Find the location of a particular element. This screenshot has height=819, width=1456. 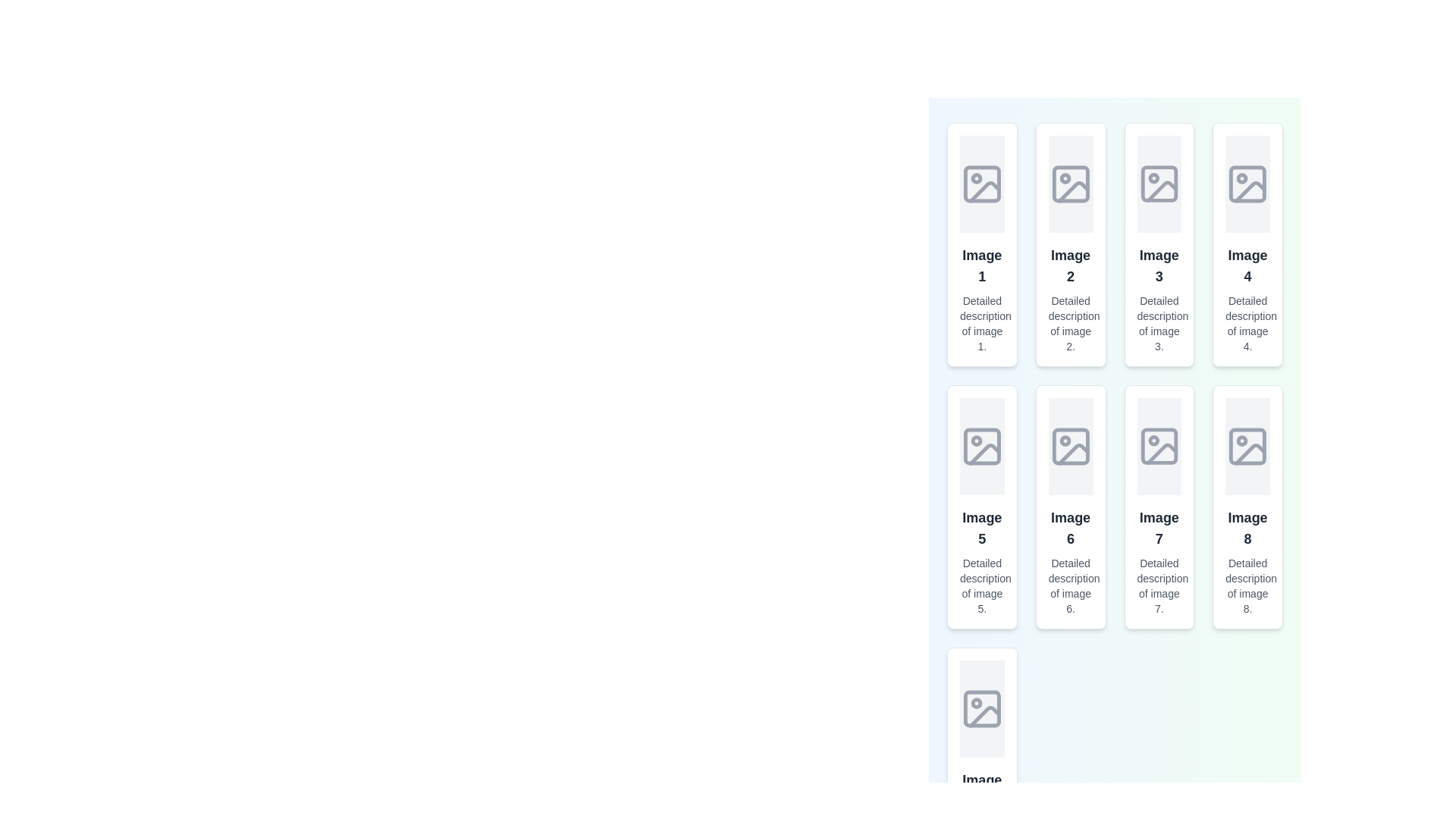

text from the descriptive label located at the bottom of the second card in the grid layout, directly below the title 'Image 2' is located at coordinates (1070, 323).